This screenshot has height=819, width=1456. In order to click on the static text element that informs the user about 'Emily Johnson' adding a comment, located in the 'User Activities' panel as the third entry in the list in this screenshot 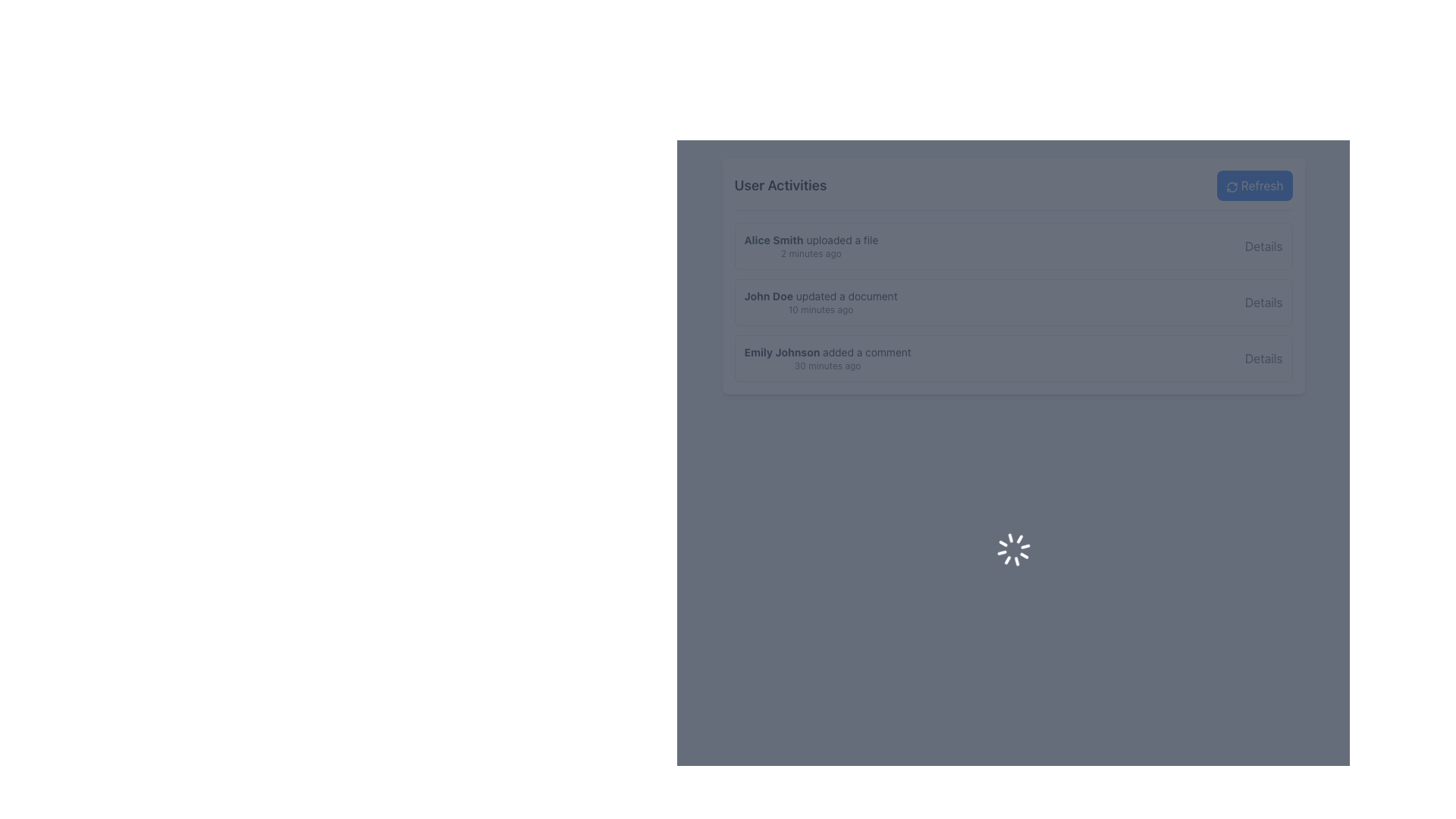, I will do `click(827, 359)`.